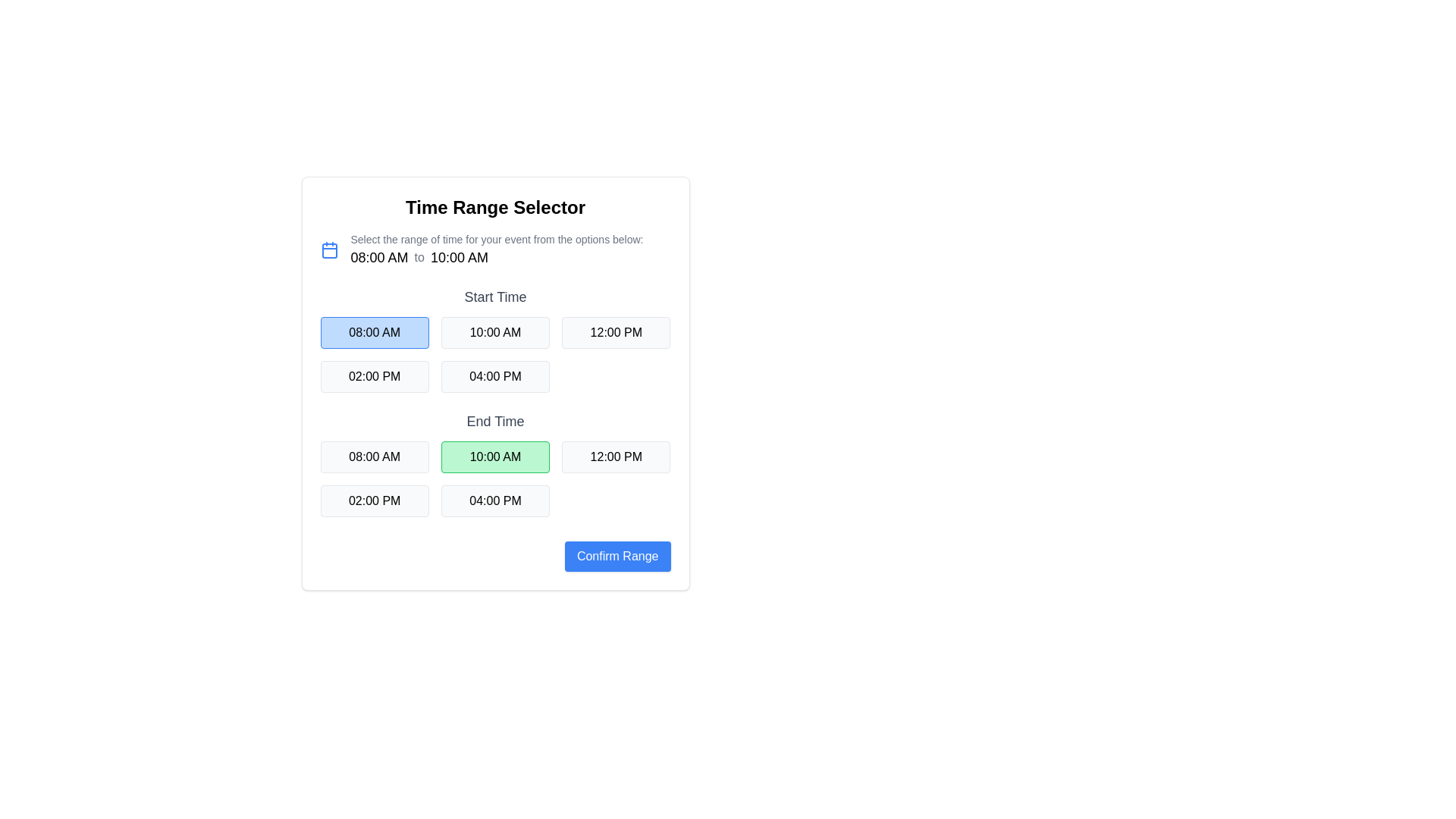 The width and height of the screenshot is (1456, 819). What do you see at coordinates (495, 376) in the screenshot?
I see `the button labeled '04:00 PM' to change its background color, located in the second row of a grid layout, to the right of the '02:00 PM' button` at bounding box center [495, 376].